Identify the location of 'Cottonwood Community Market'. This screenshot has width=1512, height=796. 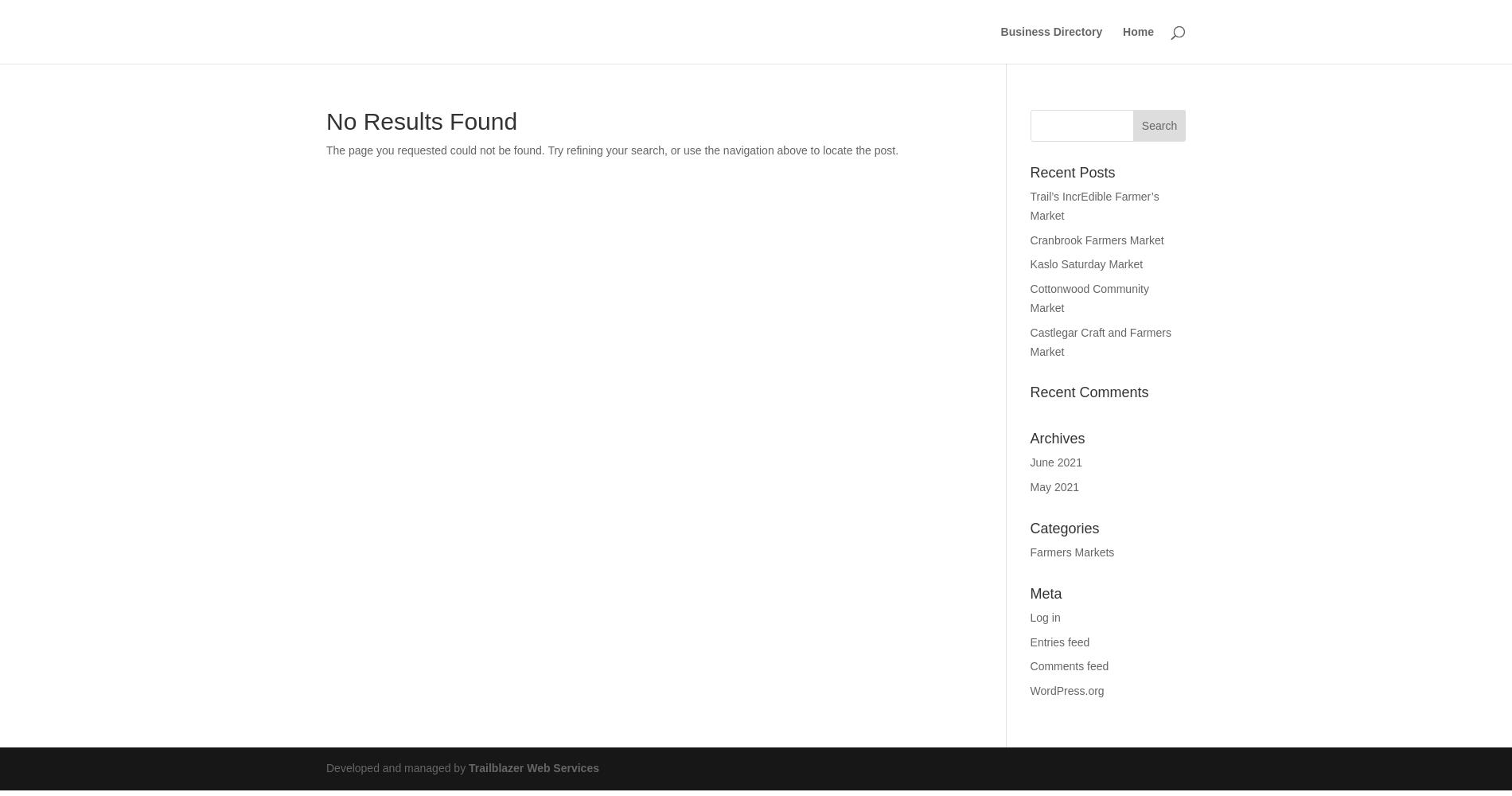
(1088, 297).